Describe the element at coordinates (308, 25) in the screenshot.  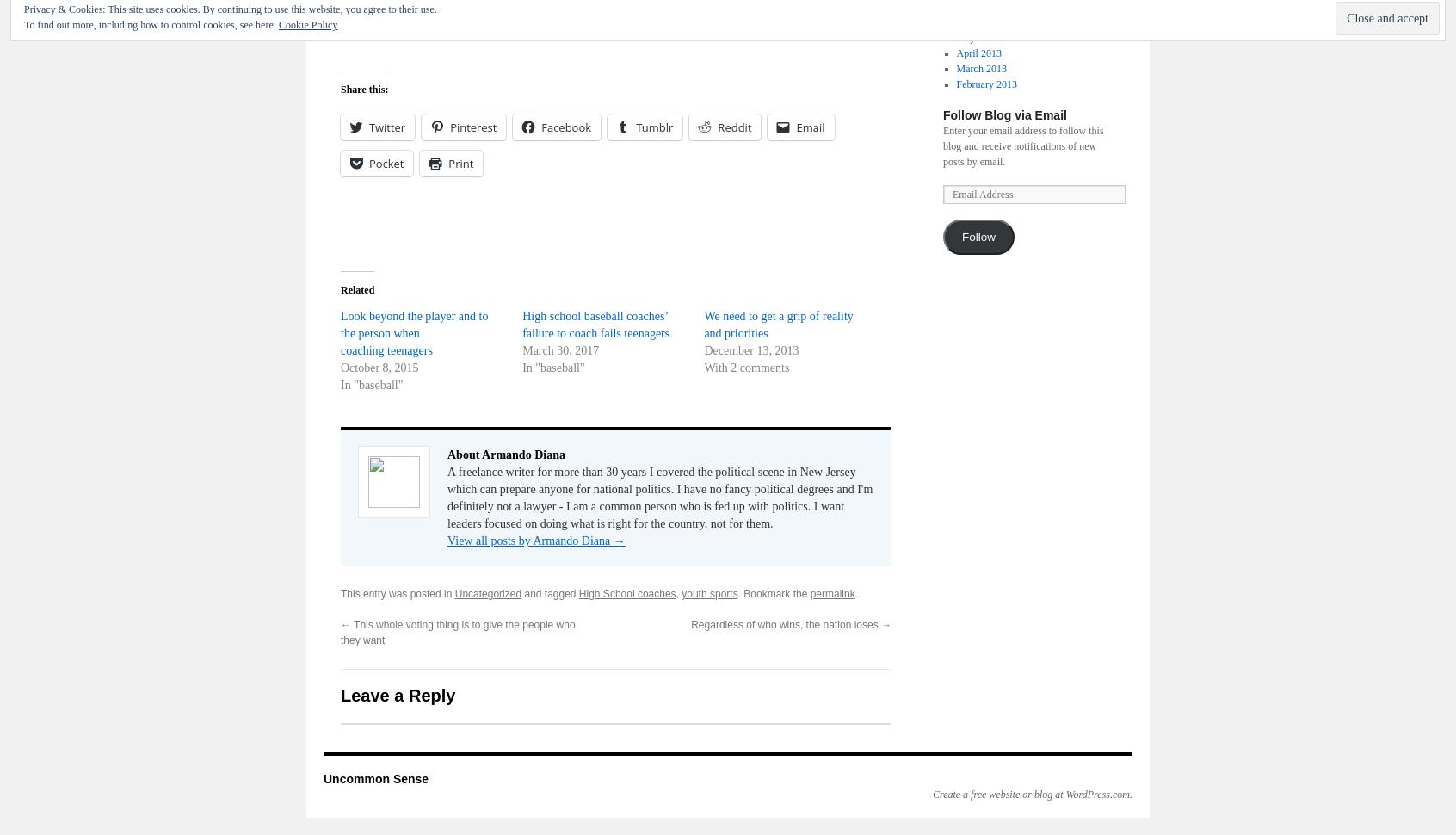
I see `'Cookie Policy'` at that location.